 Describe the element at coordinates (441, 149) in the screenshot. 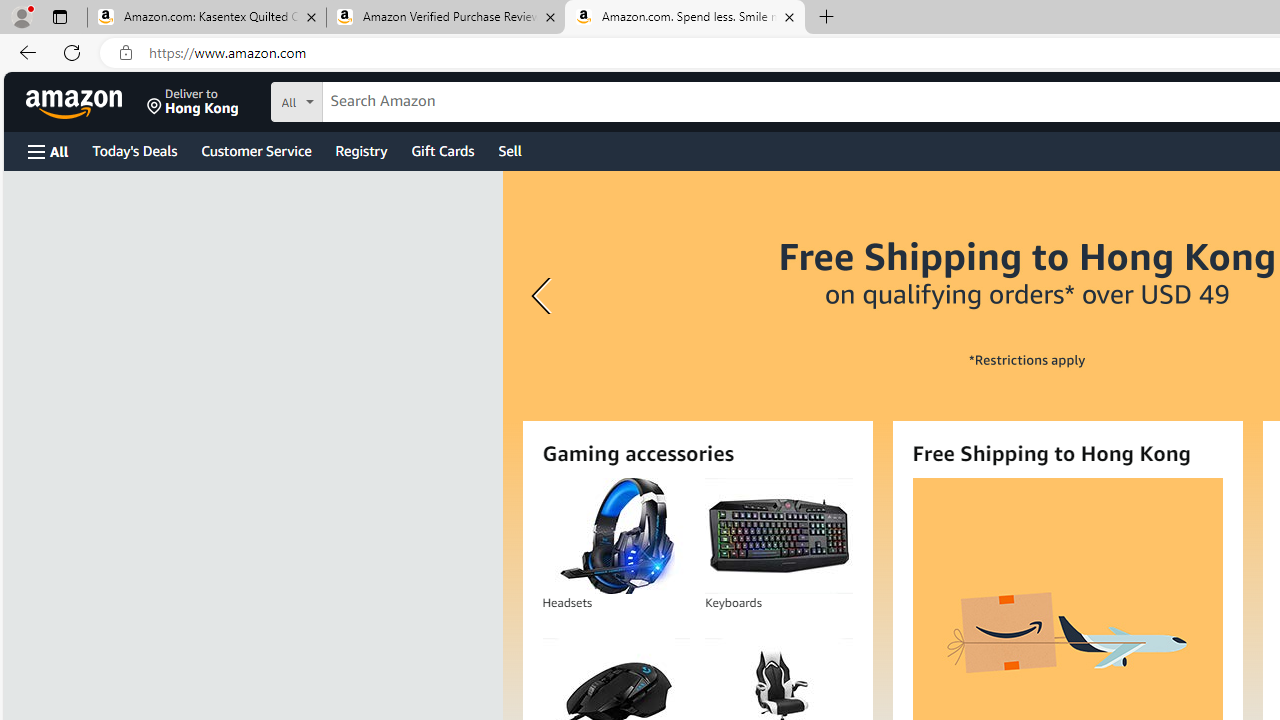

I see `'Gift Cards'` at that location.